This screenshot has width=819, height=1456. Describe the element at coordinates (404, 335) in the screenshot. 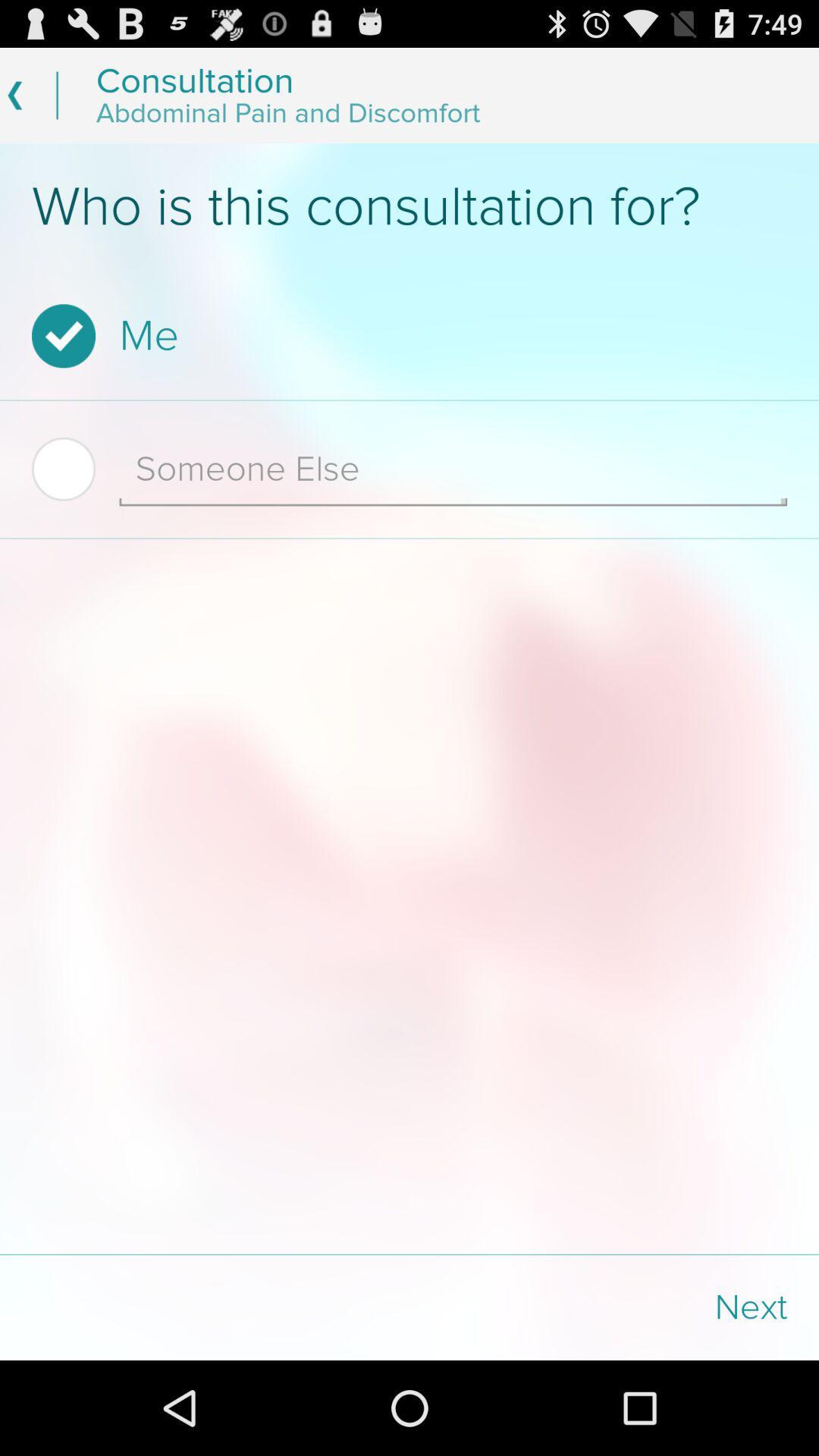

I see `the me checkbox` at that location.